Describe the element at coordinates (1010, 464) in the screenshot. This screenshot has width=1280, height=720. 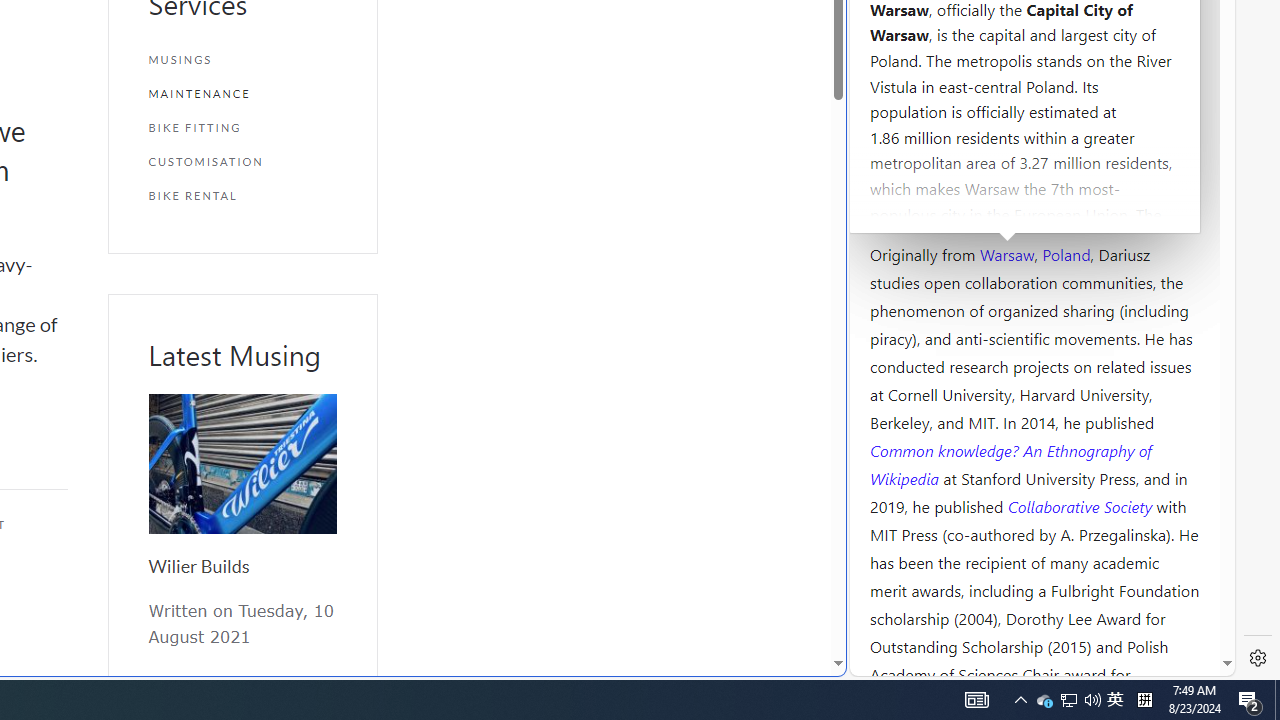
I see `'Common knowledge? An Ethnography of Wikipedia'` at that location.